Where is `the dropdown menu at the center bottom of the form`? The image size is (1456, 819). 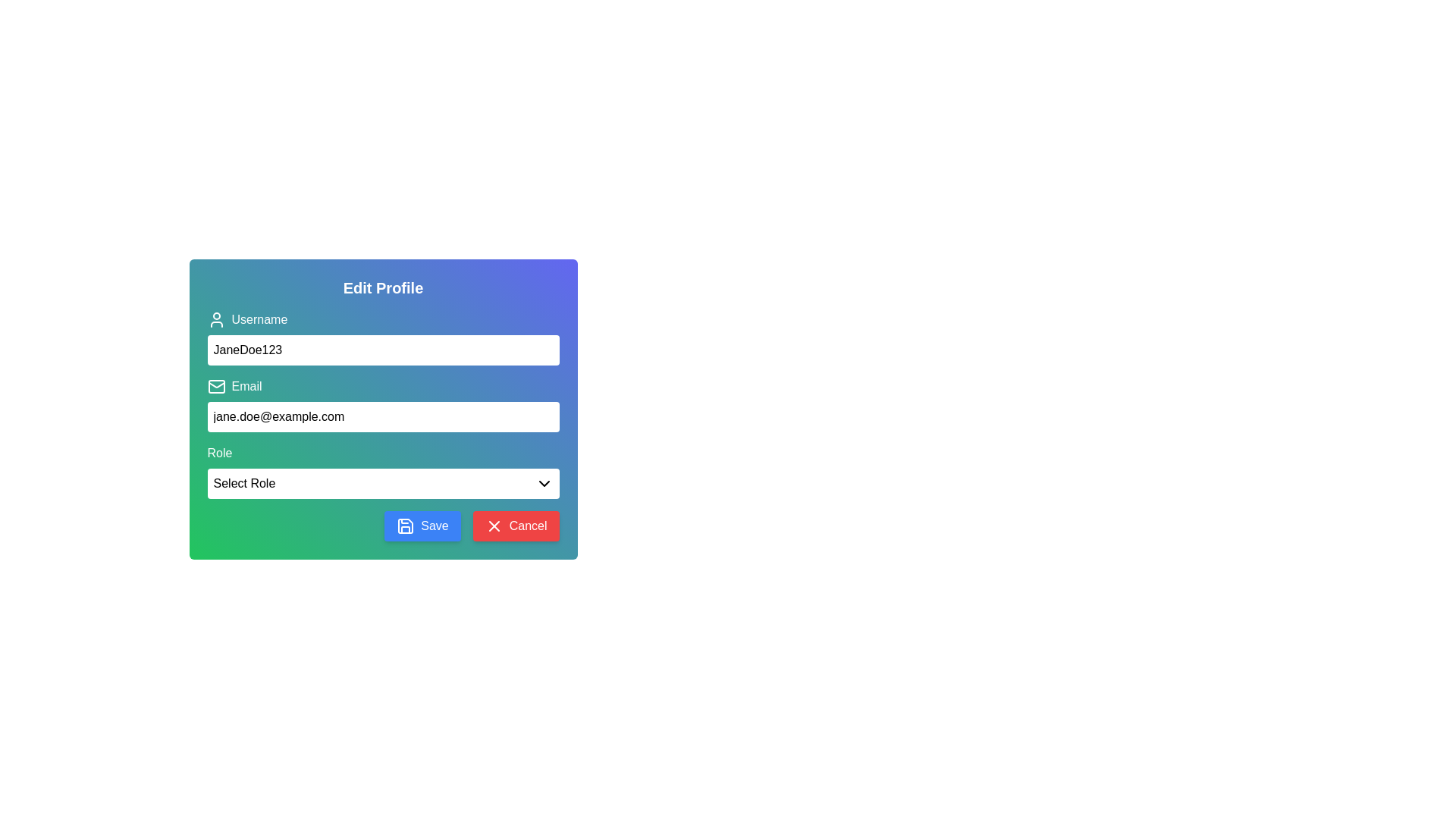
the dropdown menu at the center bottom of the form is located at coordinates (383, 483).